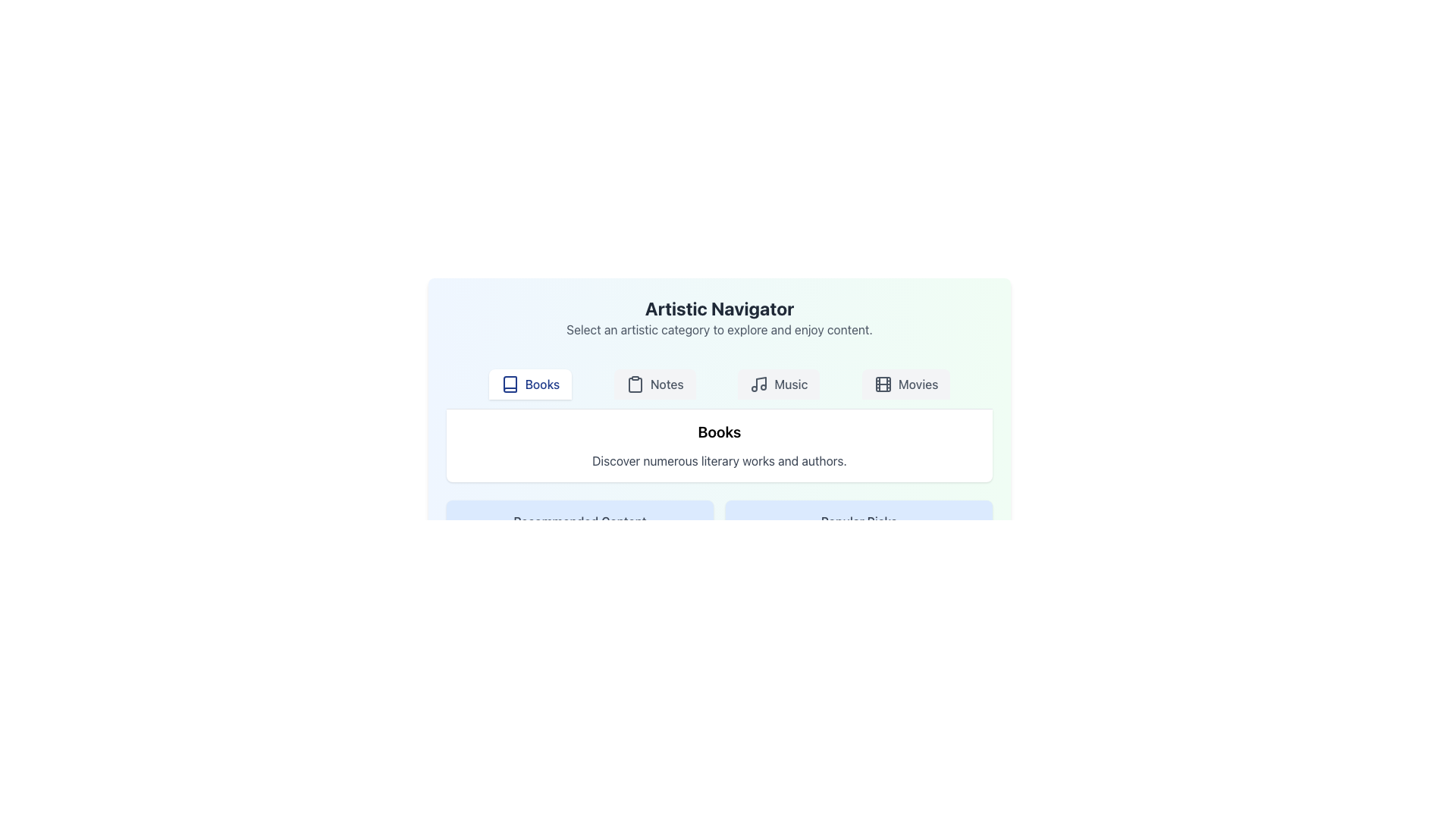  Describe the element at coordinates (719, 308) in the screenshot. I see `static text label displaying 'Artistic Navigator', which is styled in bold and large grayish black font and located at the top of the interface` at that location.